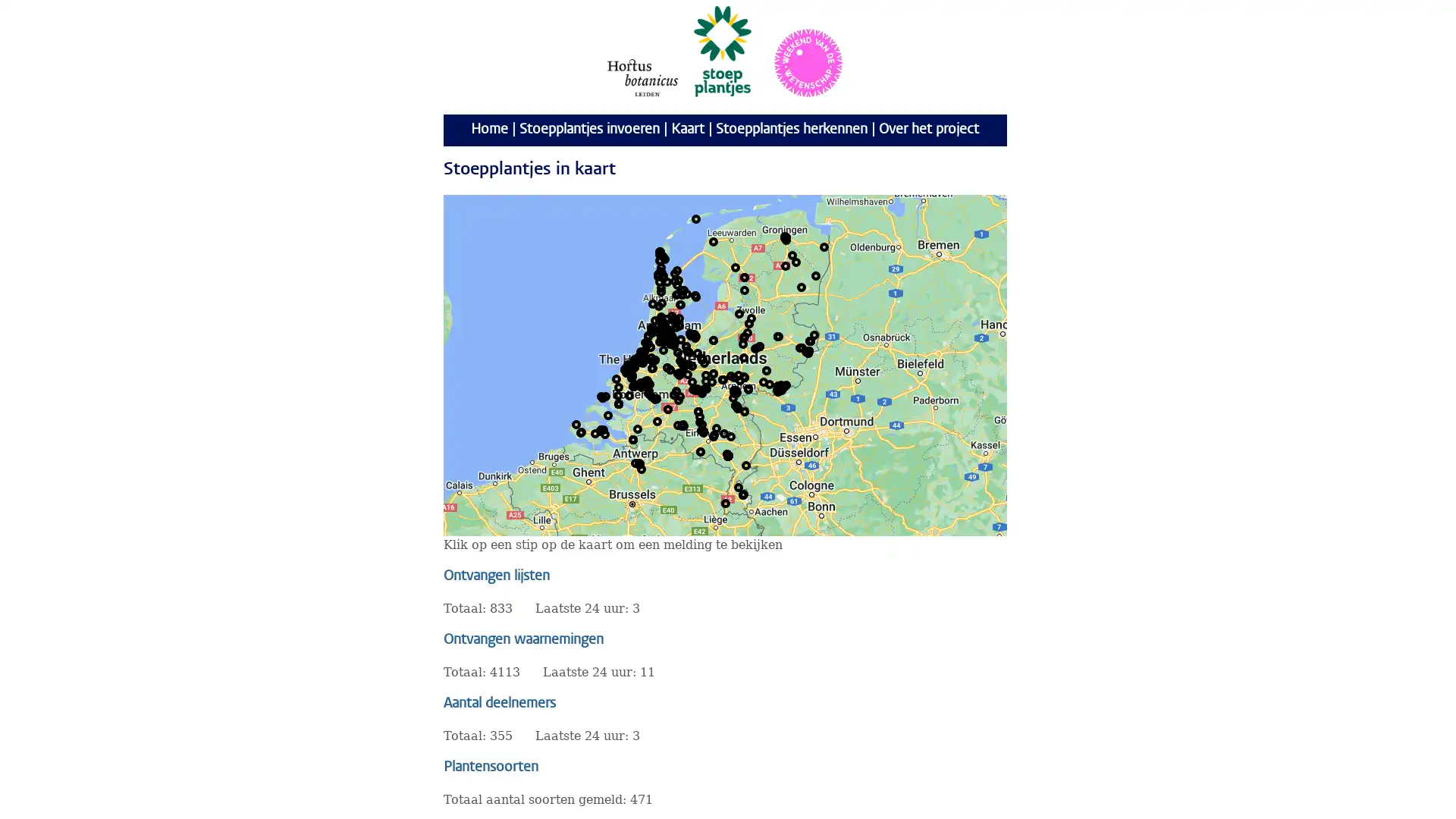  I want to click on Telling van Marieta op 26 april 2022, so click(806, 350).